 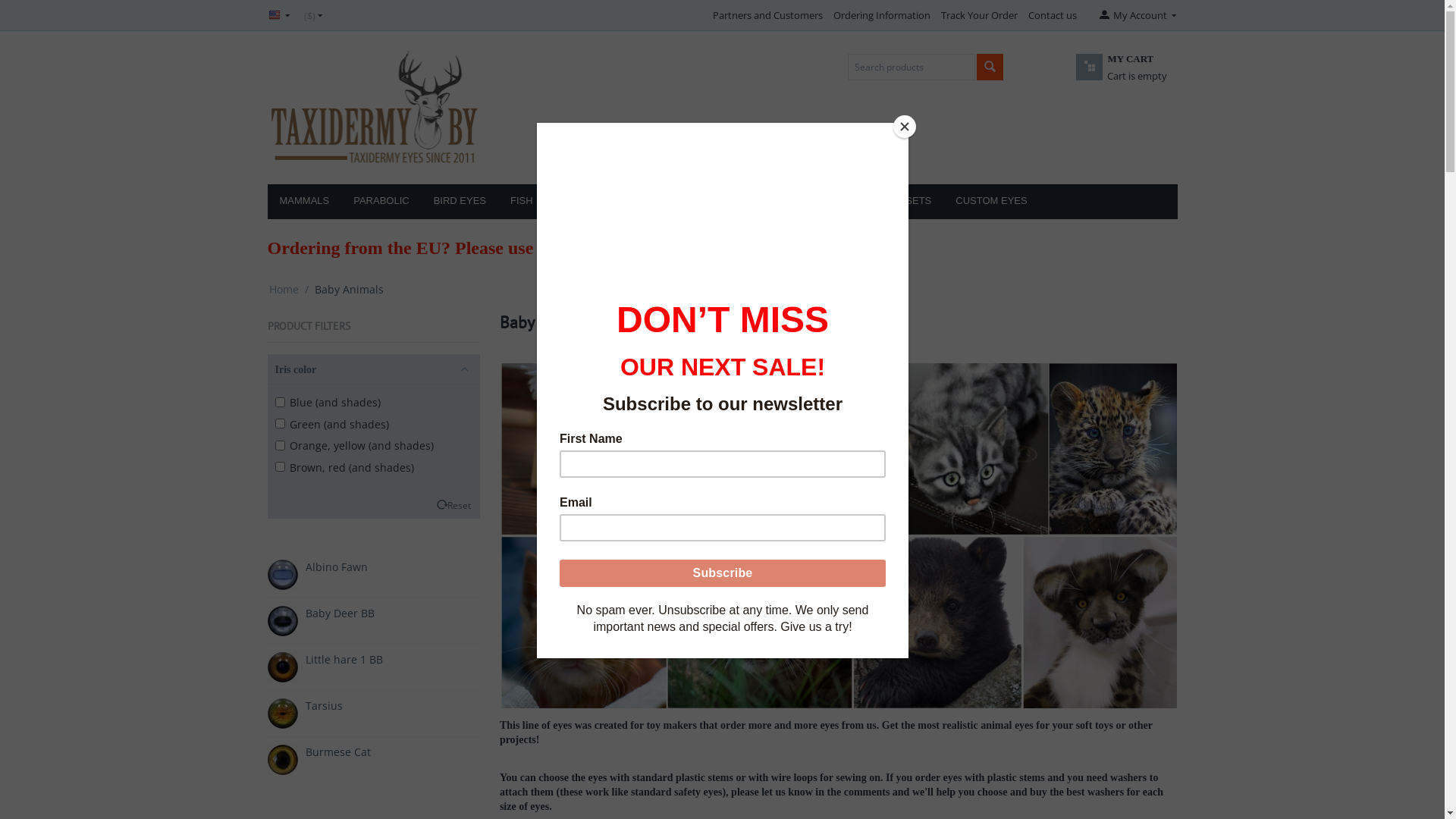 What do you see at coordinates (1103, 76) in the screenshot?
I see `'MY CART` at bounding box center [1103, 76].